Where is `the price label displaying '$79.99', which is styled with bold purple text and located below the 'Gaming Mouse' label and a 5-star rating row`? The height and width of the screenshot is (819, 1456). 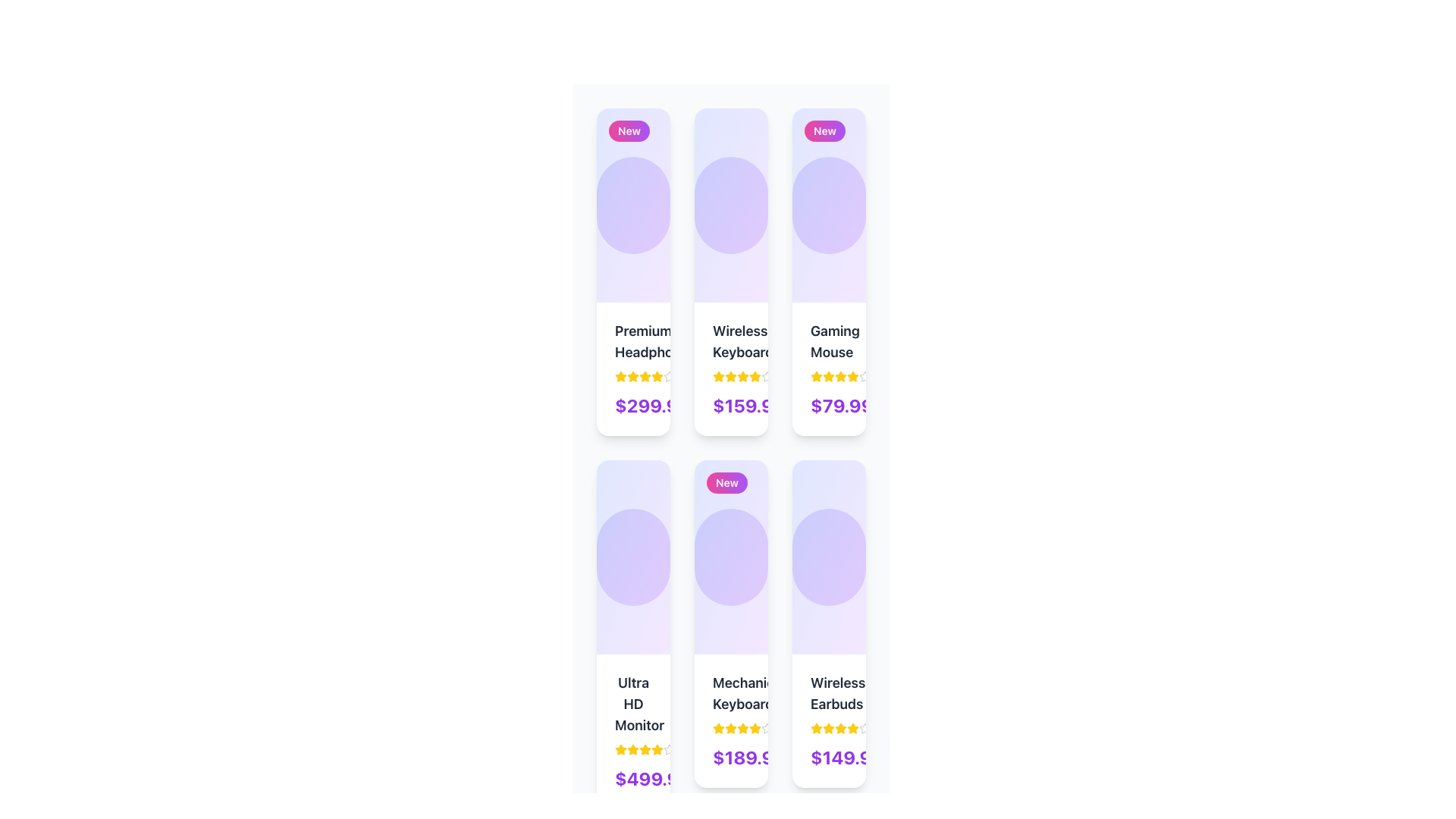 the price label displaying '$79.99', which is styled with bold purple text and located below the 'Gaming Mouse' label and a 5-star rating row is located at coordinates (828, 405).